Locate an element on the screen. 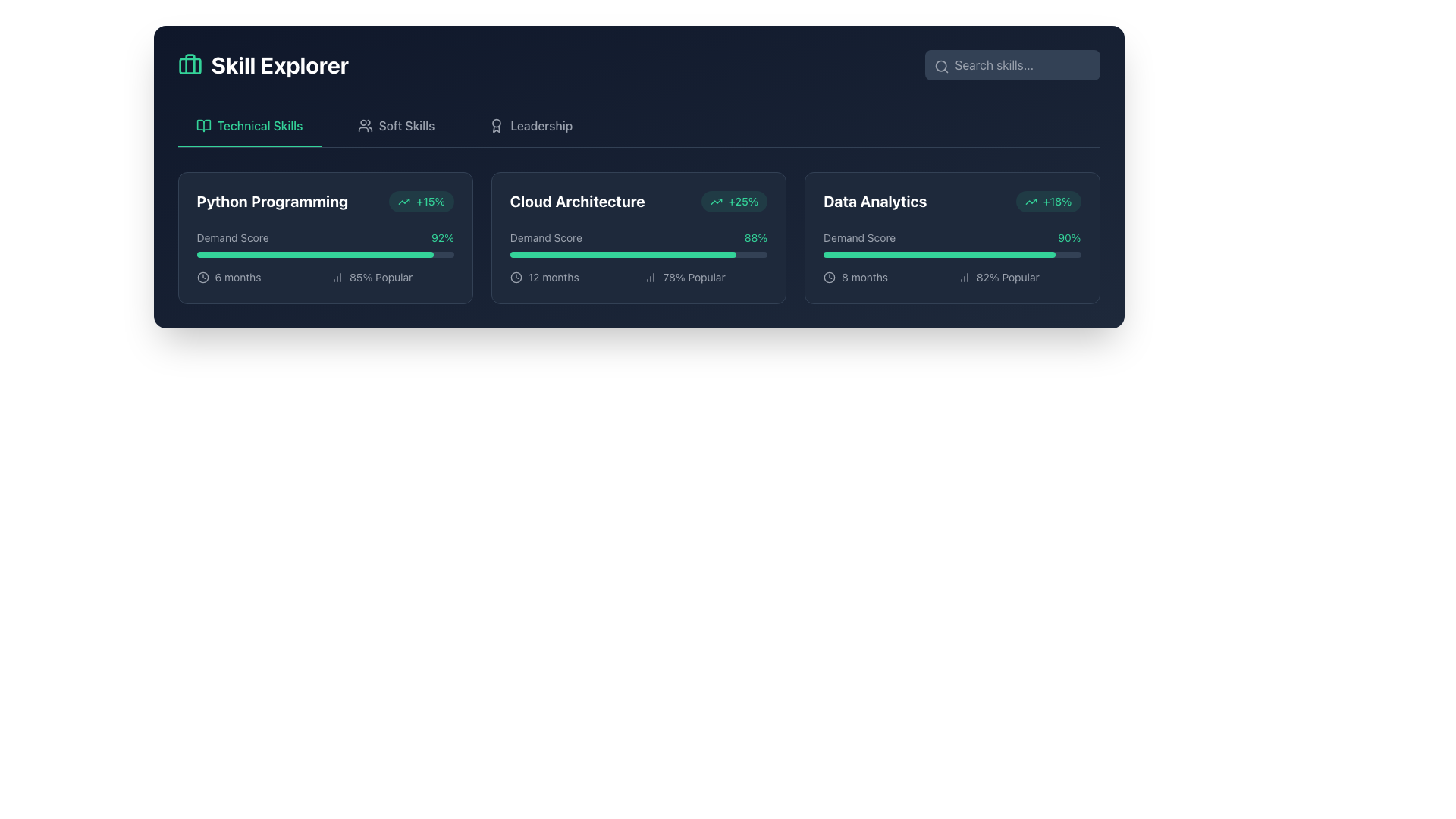 This screenshot has height=819, width=1456. the clock icon located in the 'Cloud Architecture' section, which precedes the text '12 months' as supplementary information is located at coordinates (516, 278).